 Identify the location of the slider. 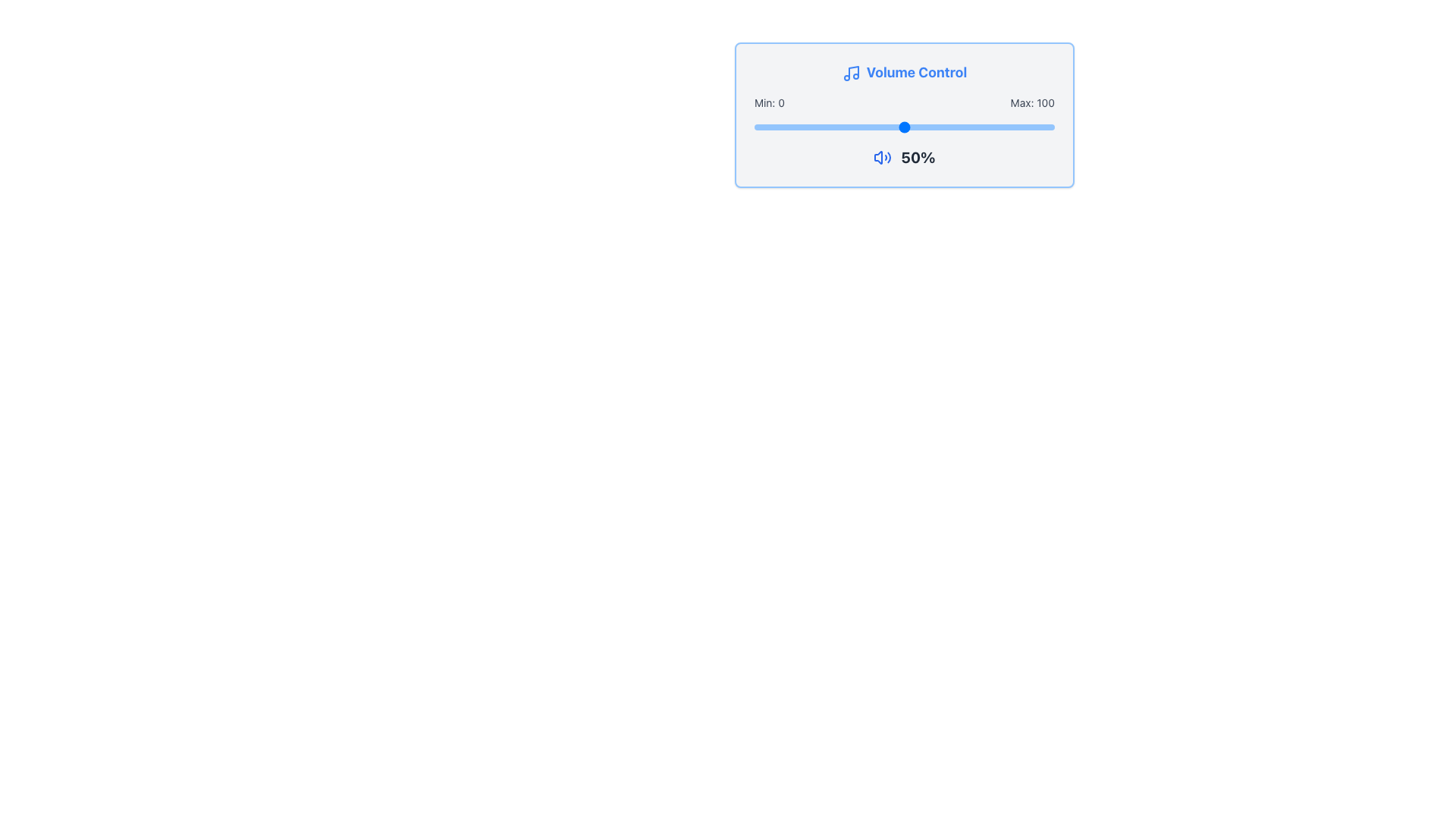
(853, 127).